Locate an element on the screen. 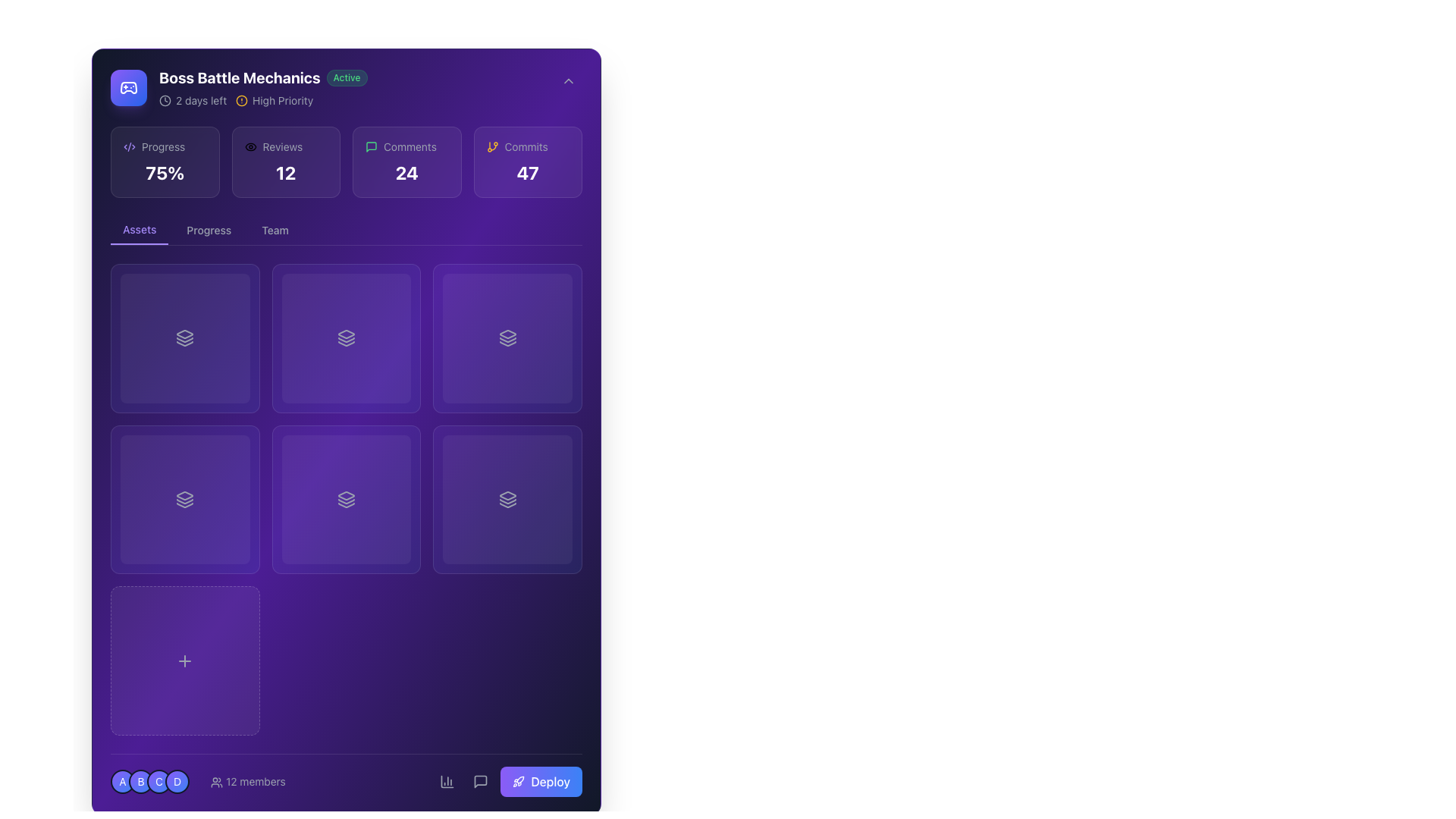 This screenshot has height=819, width=1456. the active 'Assets' tab button in the navigation bar is located at coordinates (140, 231).